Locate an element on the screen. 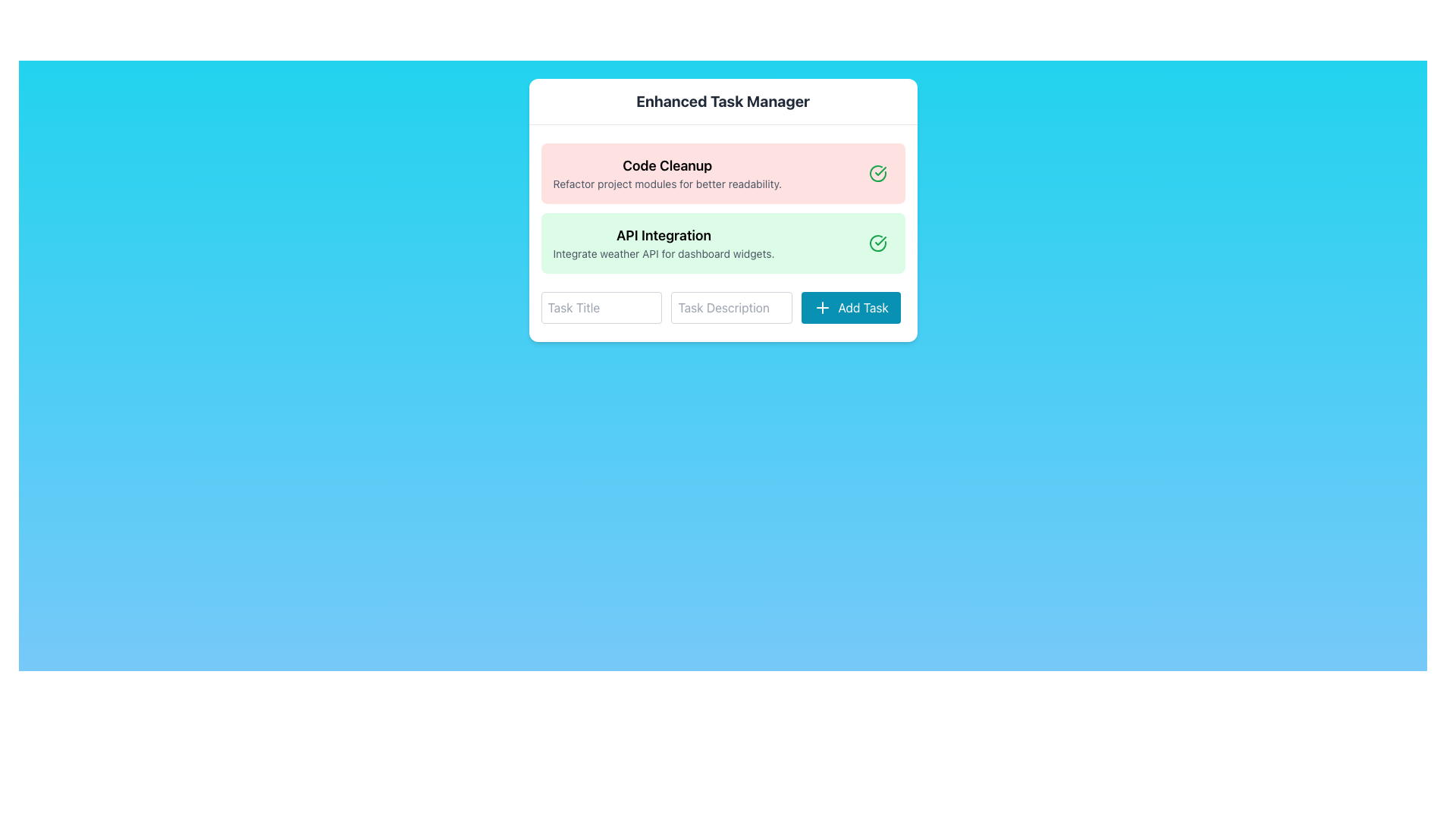 The width and height of the screenshot is (1456, 819). the text label displaying 'Refactor project modules for better readability.' which is positioned beneath the heading 'Code Cleanup' is located at coordinates (667, 184).